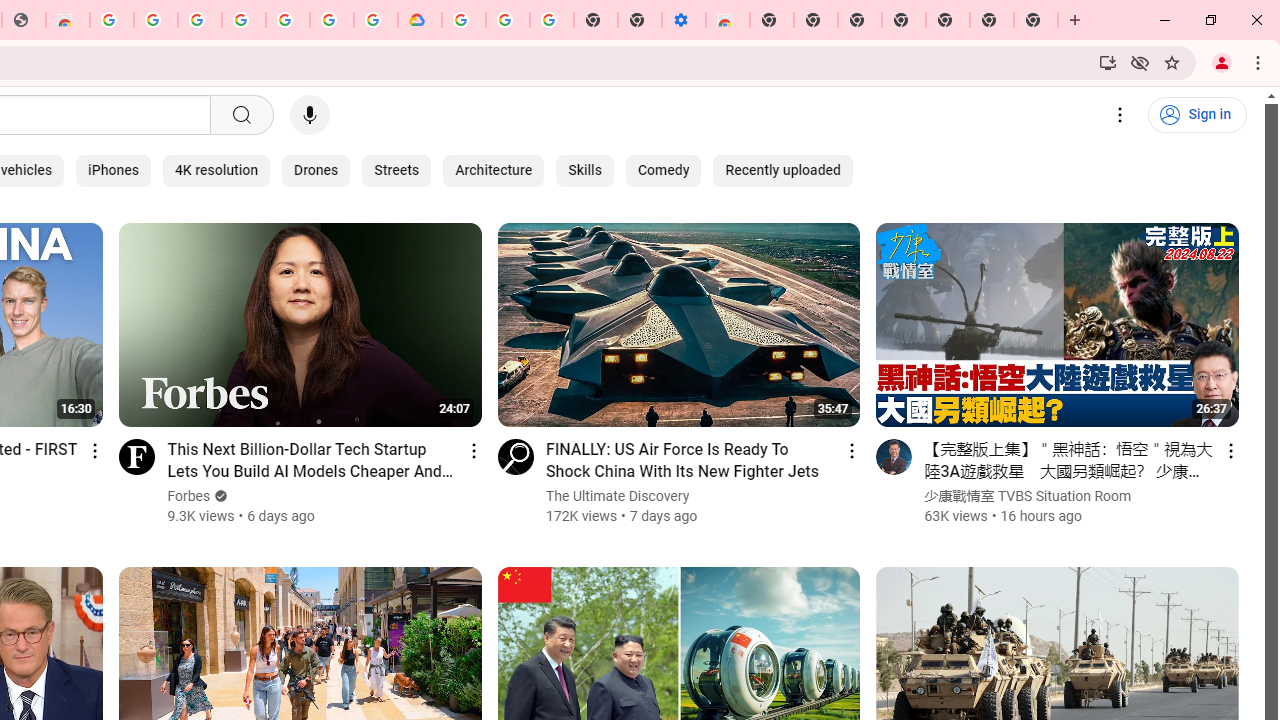  I want to click on 'iPhones', so click(112, 170).